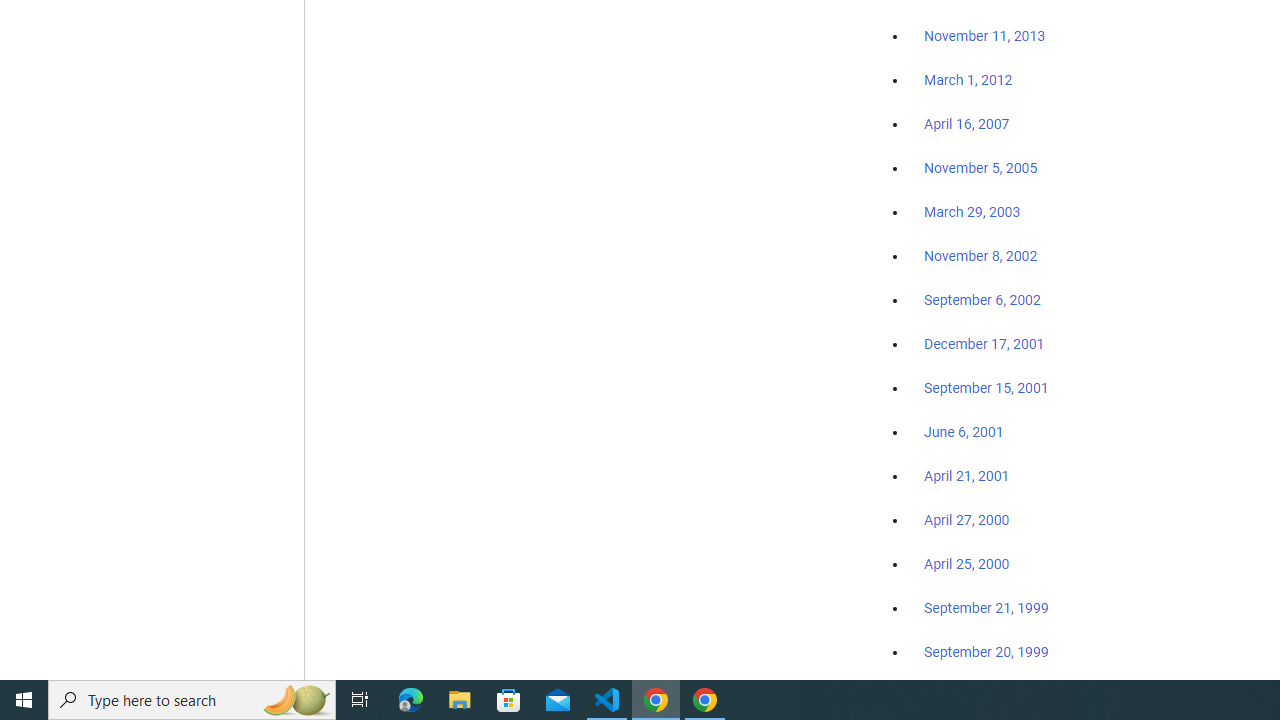 The image size is (1280, 720). What do you see at coordinates (967, 124) in the screenshot?
I see `'April 16, 2007'` at bounding box center [967, 124].